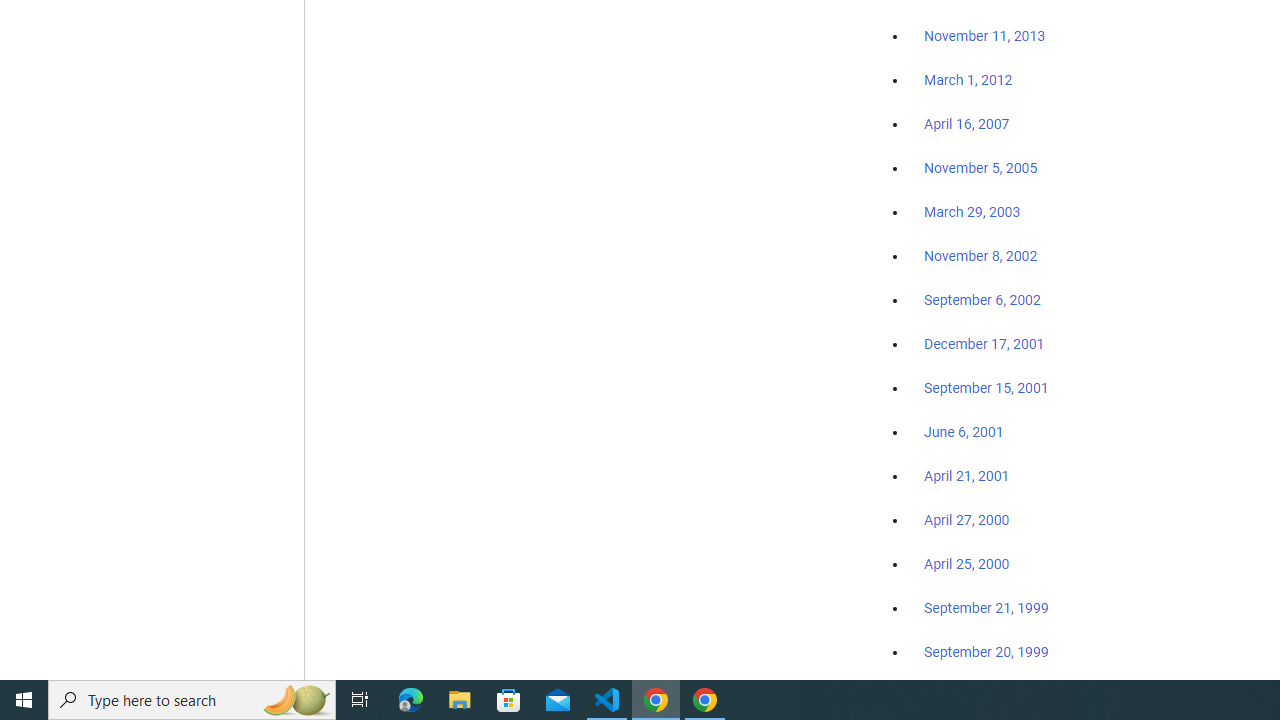 The image size is (1280, 720). What do you see at coordinates (967, 124) in the screenshot?
I see `'April 16, 2007'` at bounding box center [967, 124].